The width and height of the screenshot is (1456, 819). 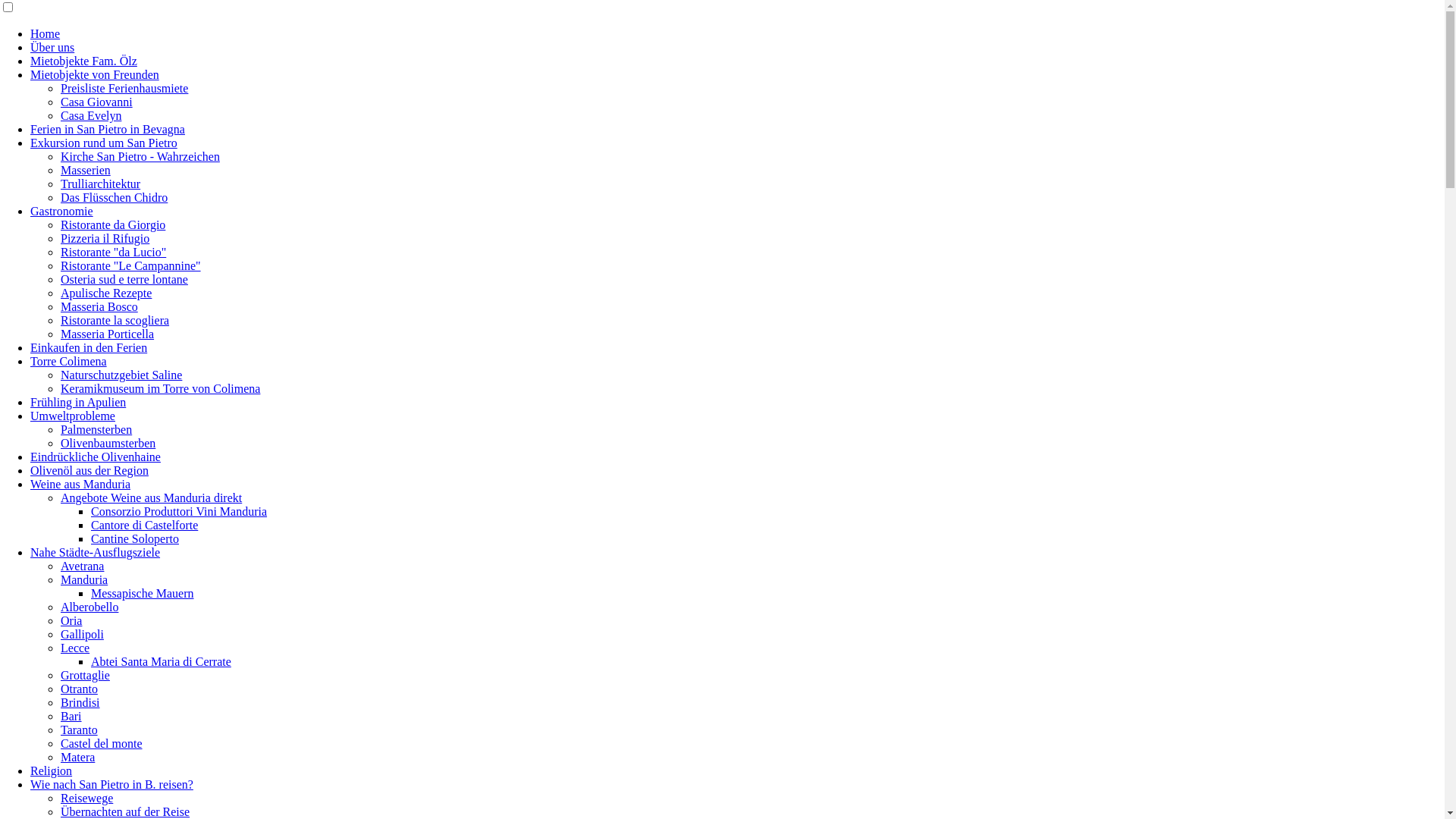 I want to click on 'Wie nach San Pietro in B. reisen?', so click(x=111, y=784).